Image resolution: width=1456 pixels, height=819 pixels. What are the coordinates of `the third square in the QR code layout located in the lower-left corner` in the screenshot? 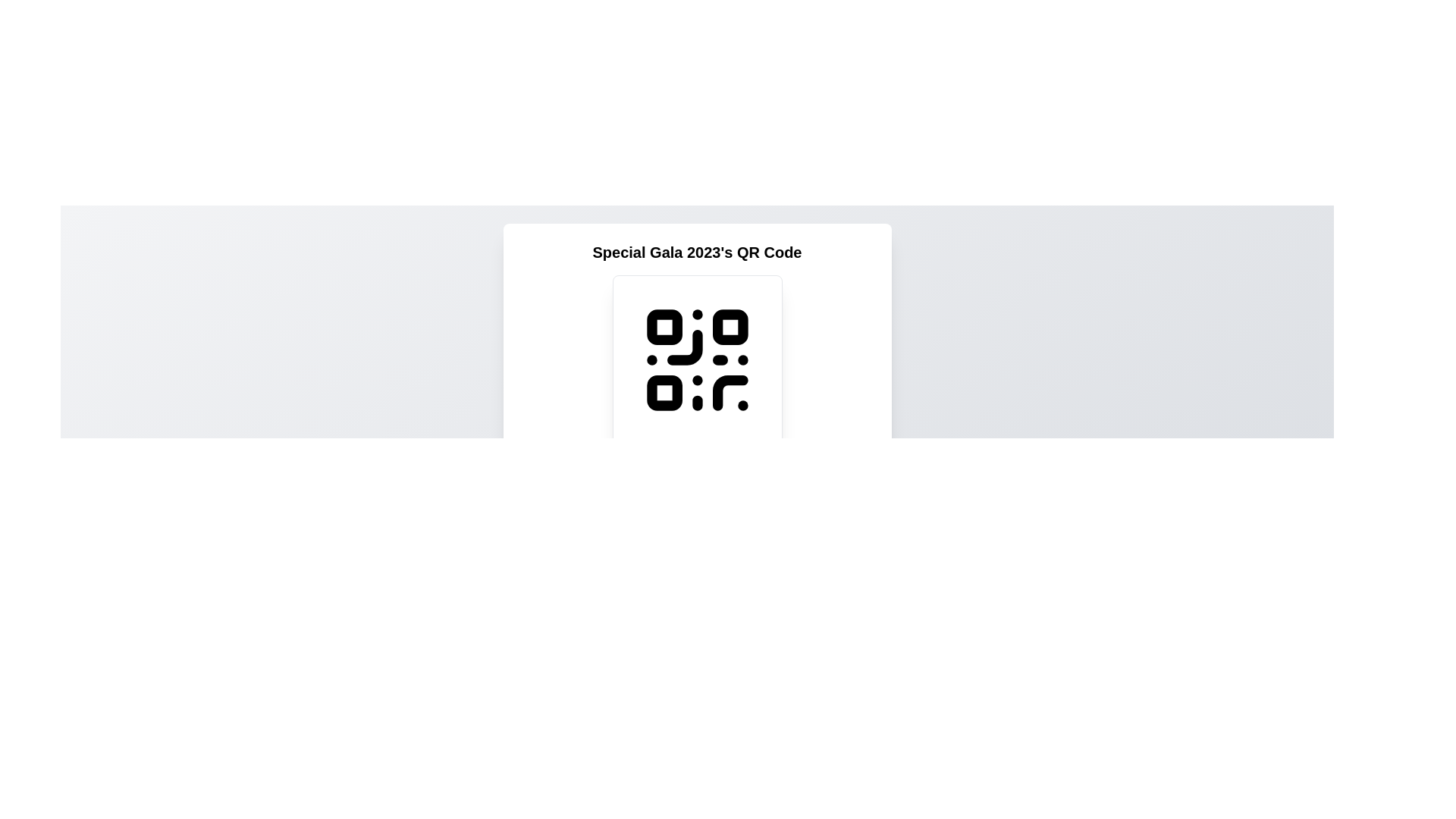 It's located at (664, 392).